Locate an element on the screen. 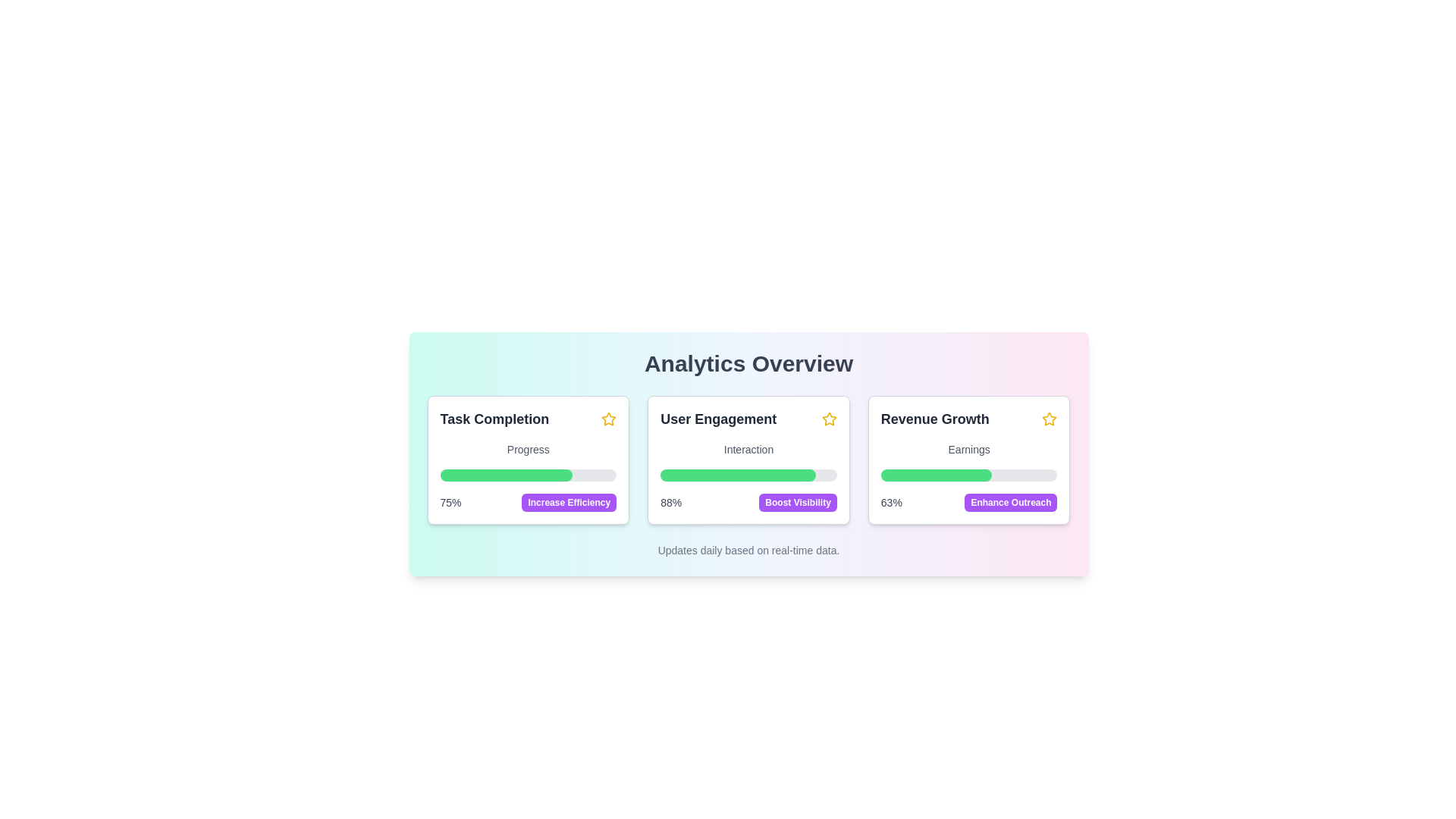 The image size is (1456, 819). the bold label with the text 'Task Completion', styled with a large font size and a gray tone, located at the leftmost side of the header section of a card is located at coordinates (494, 419).